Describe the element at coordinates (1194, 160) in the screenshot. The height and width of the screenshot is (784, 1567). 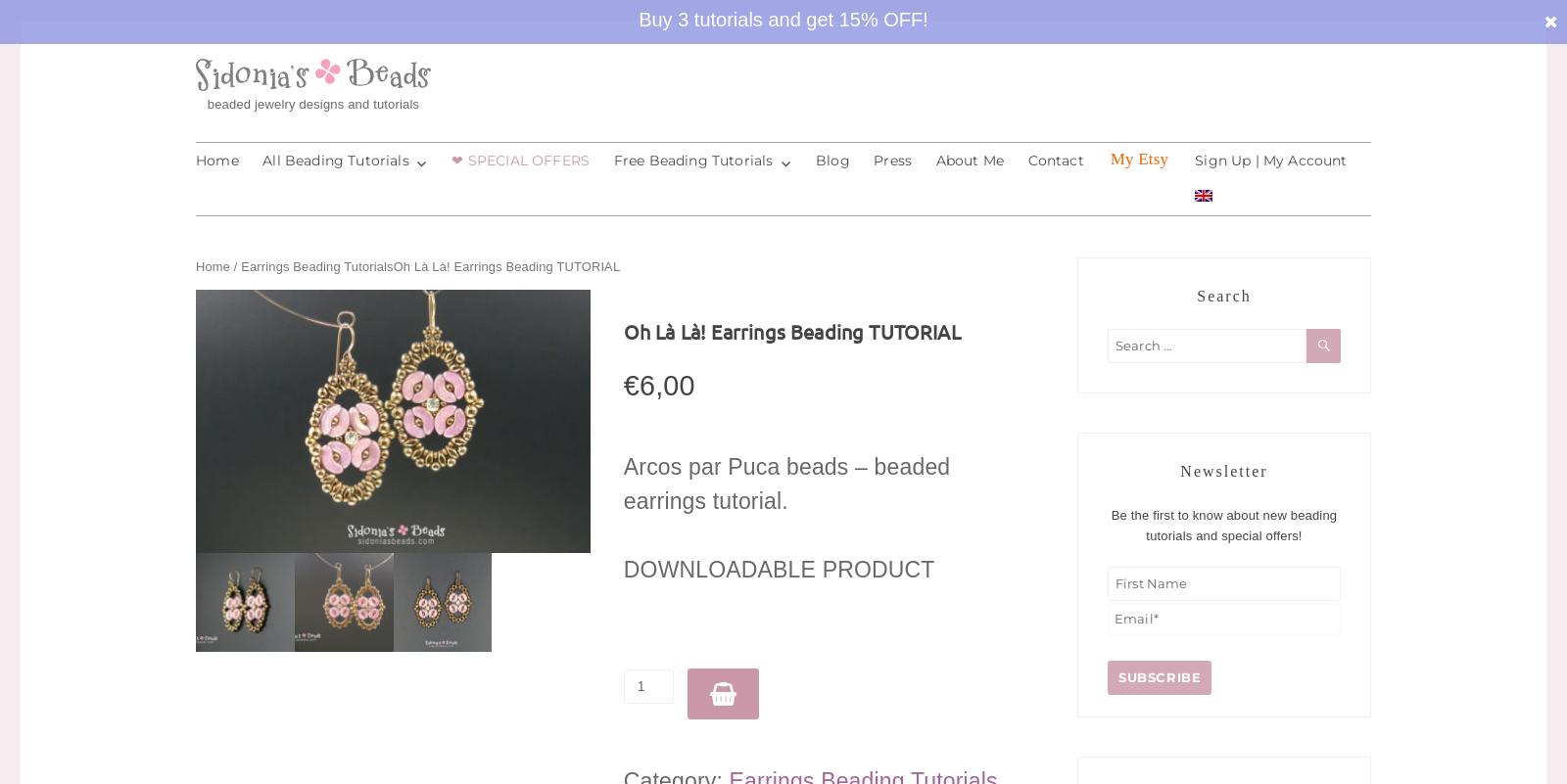
I see `'Sign Up | My Account'` at that location.